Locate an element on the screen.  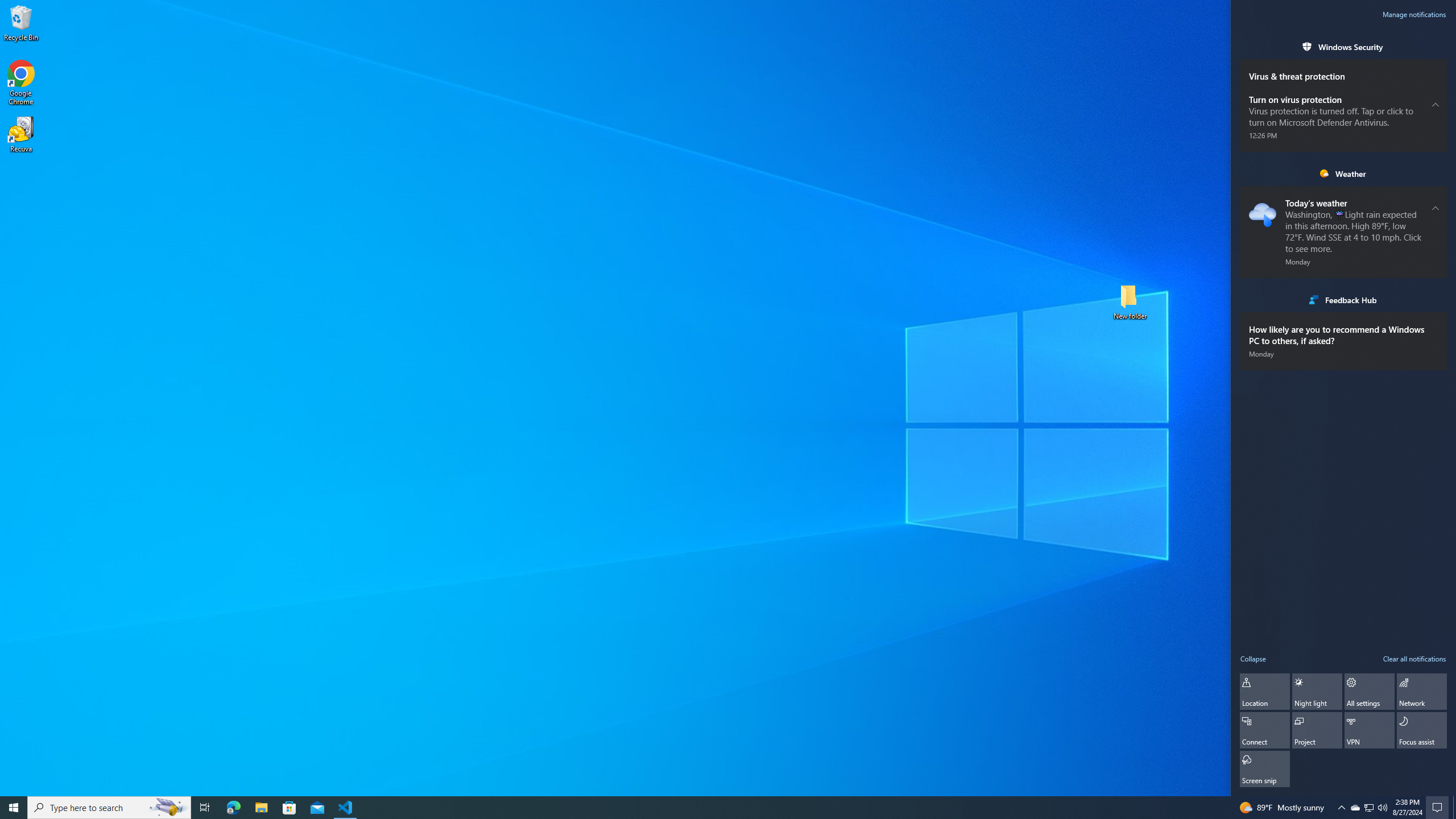
'User Promoted Notification Area' is located at coordinates (1368, 806).